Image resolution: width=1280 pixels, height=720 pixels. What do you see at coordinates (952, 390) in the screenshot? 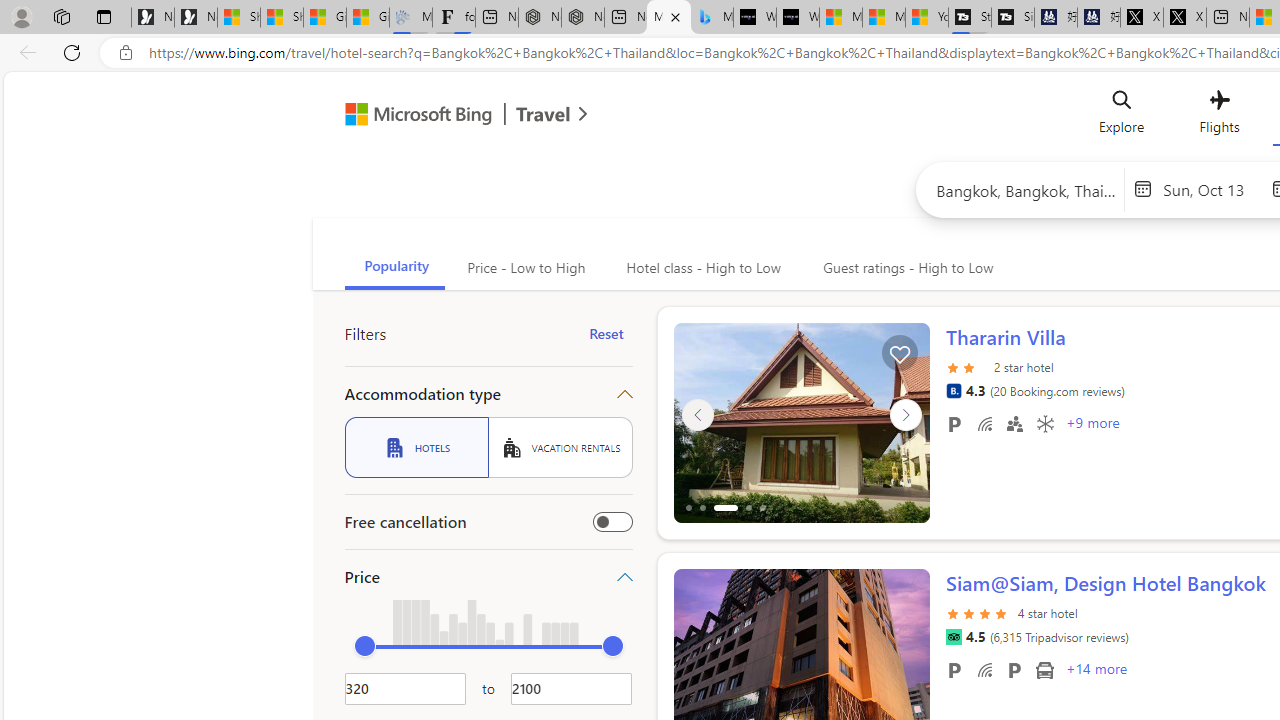
I see `'Booking.com'` at bounding box center [952, 390].